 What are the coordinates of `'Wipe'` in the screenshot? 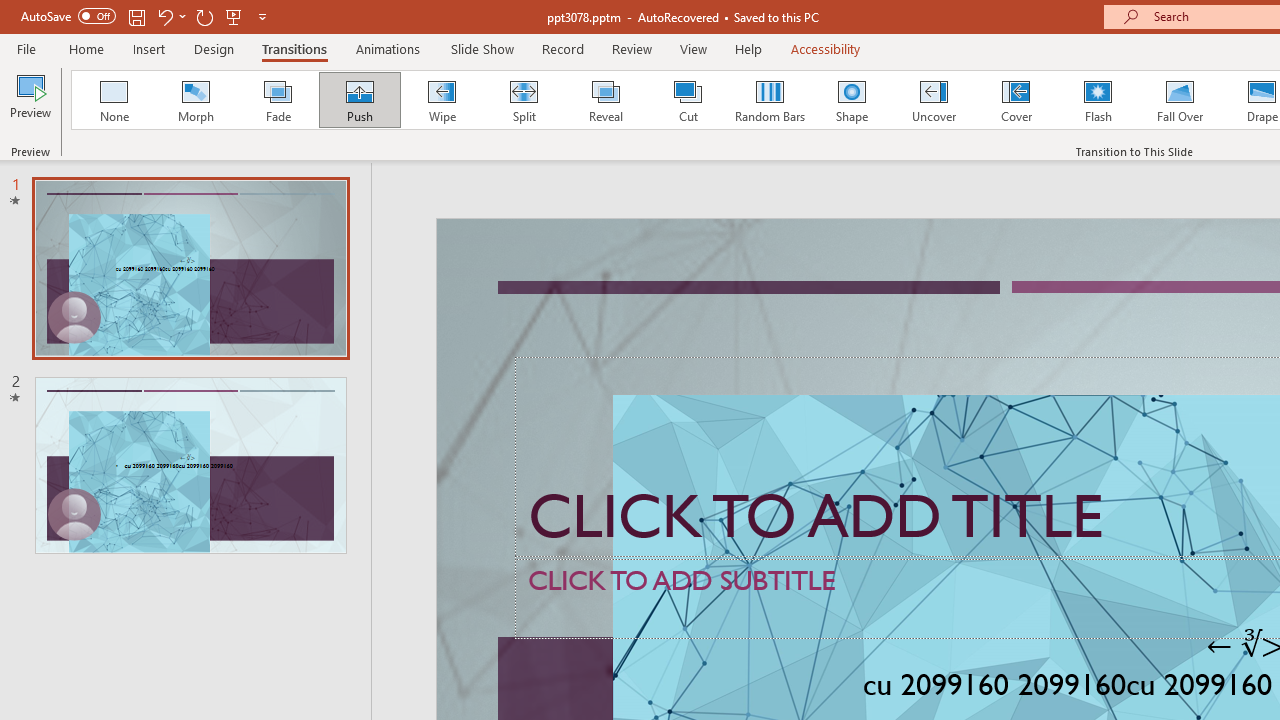 It's located at (440, 100).